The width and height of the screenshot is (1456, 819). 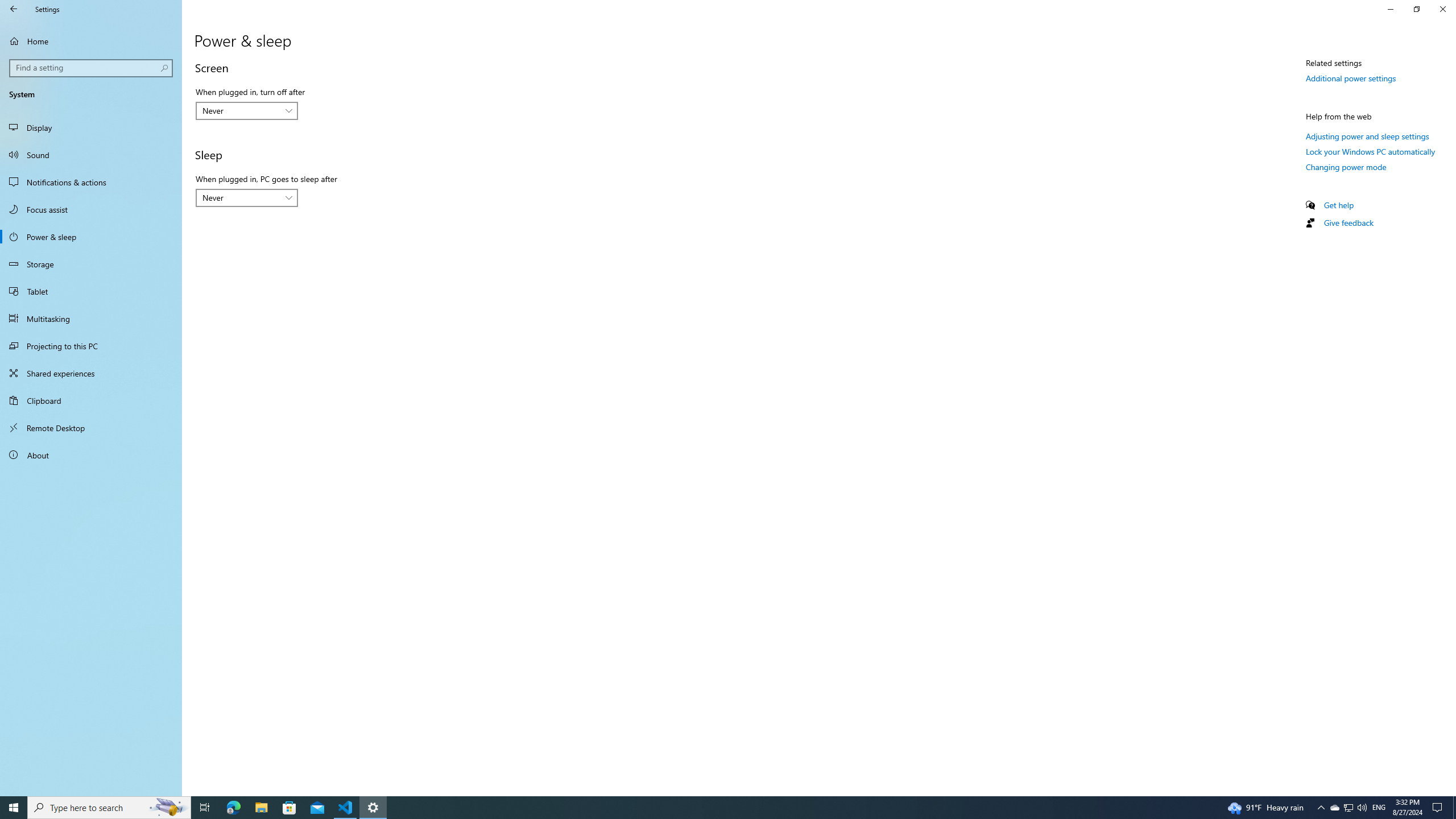 I want to click on 'Shared experiences', so click(x=90, y=372).